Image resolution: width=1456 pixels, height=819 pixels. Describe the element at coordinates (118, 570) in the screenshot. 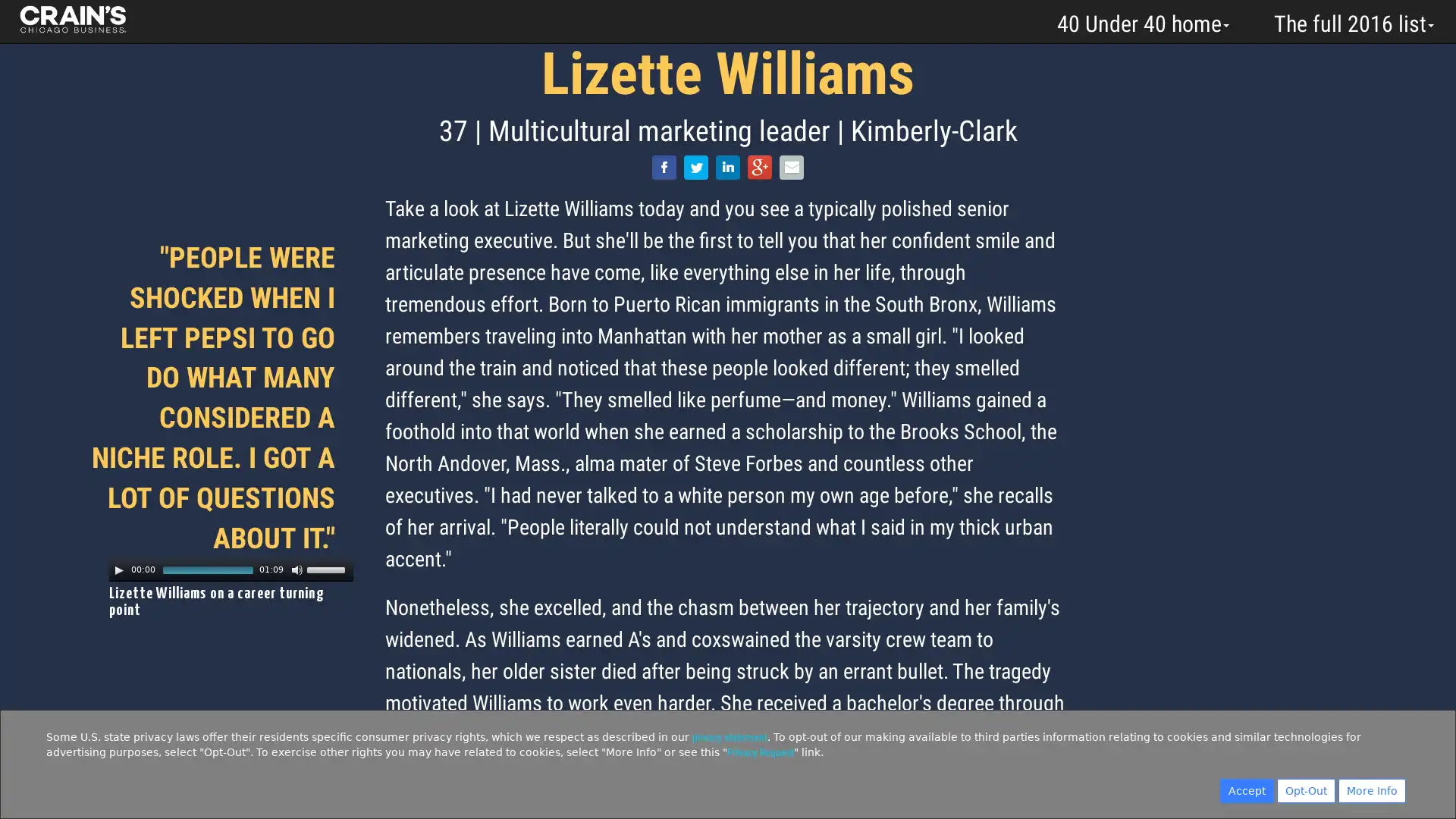

I see `Play/Pause` at that location.